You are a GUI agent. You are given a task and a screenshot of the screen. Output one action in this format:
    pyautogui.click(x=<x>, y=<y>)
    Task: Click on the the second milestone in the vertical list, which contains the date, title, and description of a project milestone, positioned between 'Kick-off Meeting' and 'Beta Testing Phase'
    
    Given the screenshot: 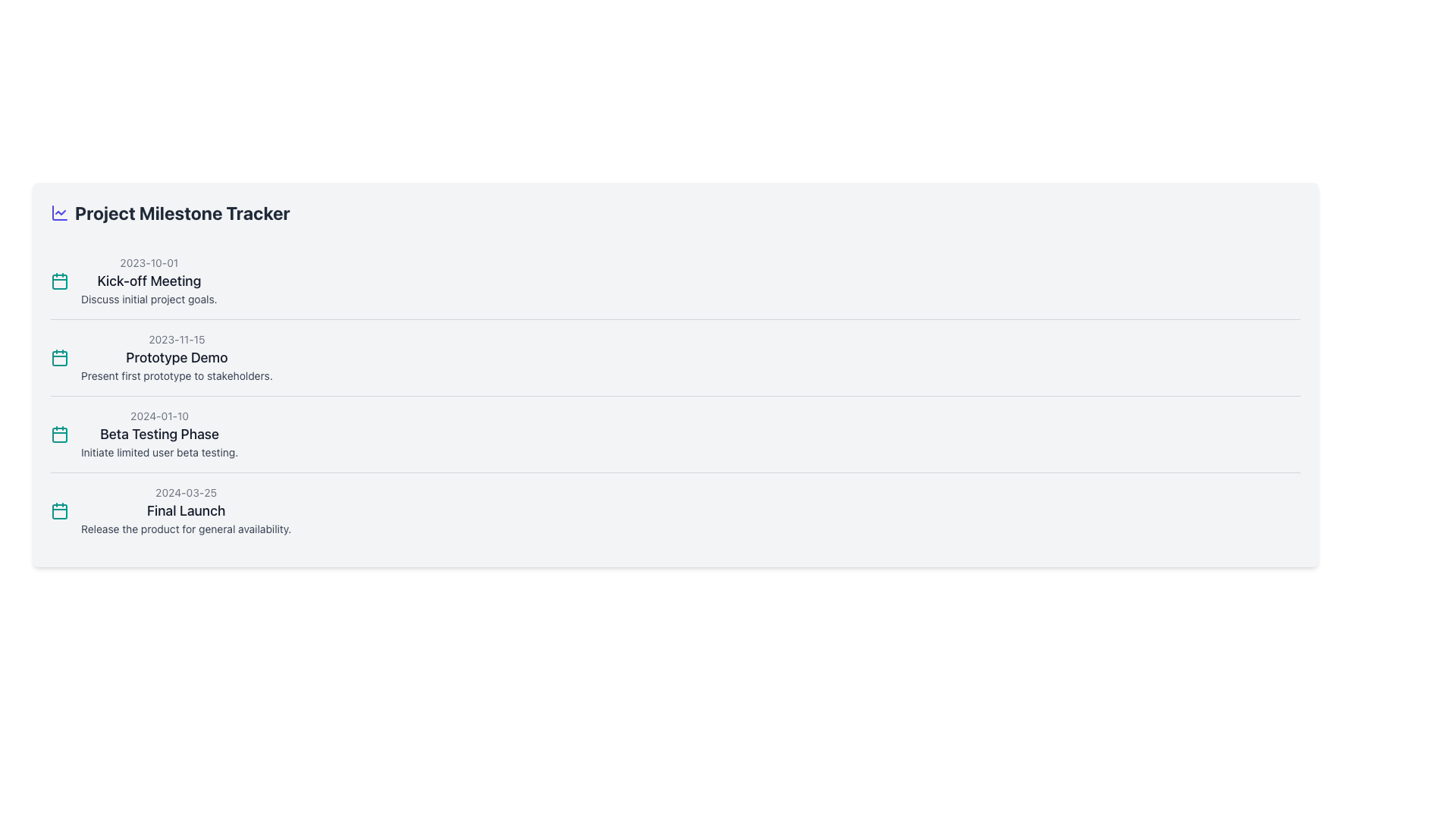 What is the action you would take?
    pyautogui.click(x=675, y=357)
    